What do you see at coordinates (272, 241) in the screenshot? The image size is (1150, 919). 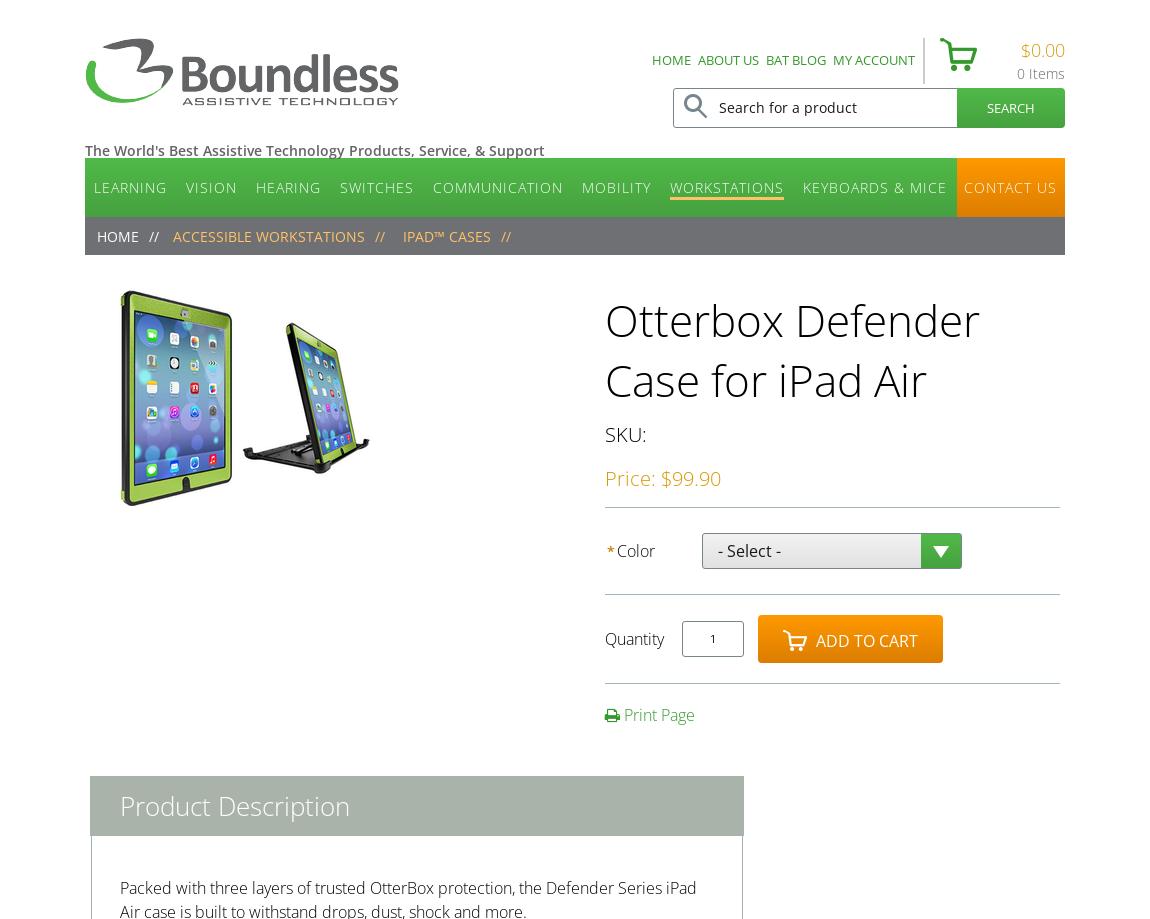 I see `'Blindness'` at bounding box center [272, 241].